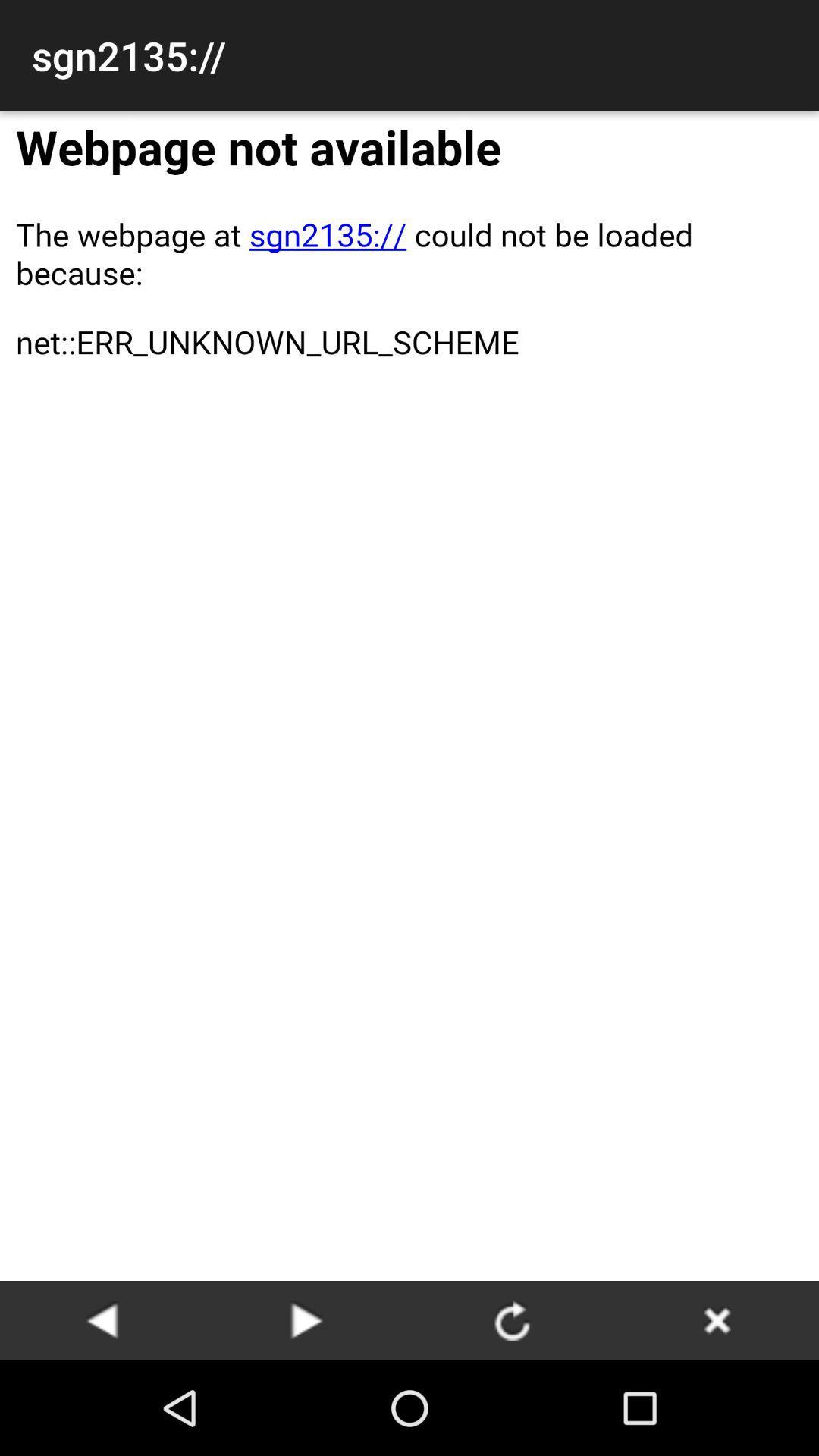 The width and height of the screenshot is (819, 1456). What do you see at coordinates (512, 1319) in the screenshot?
I see `reload button` at bounding box center [512, 1319].